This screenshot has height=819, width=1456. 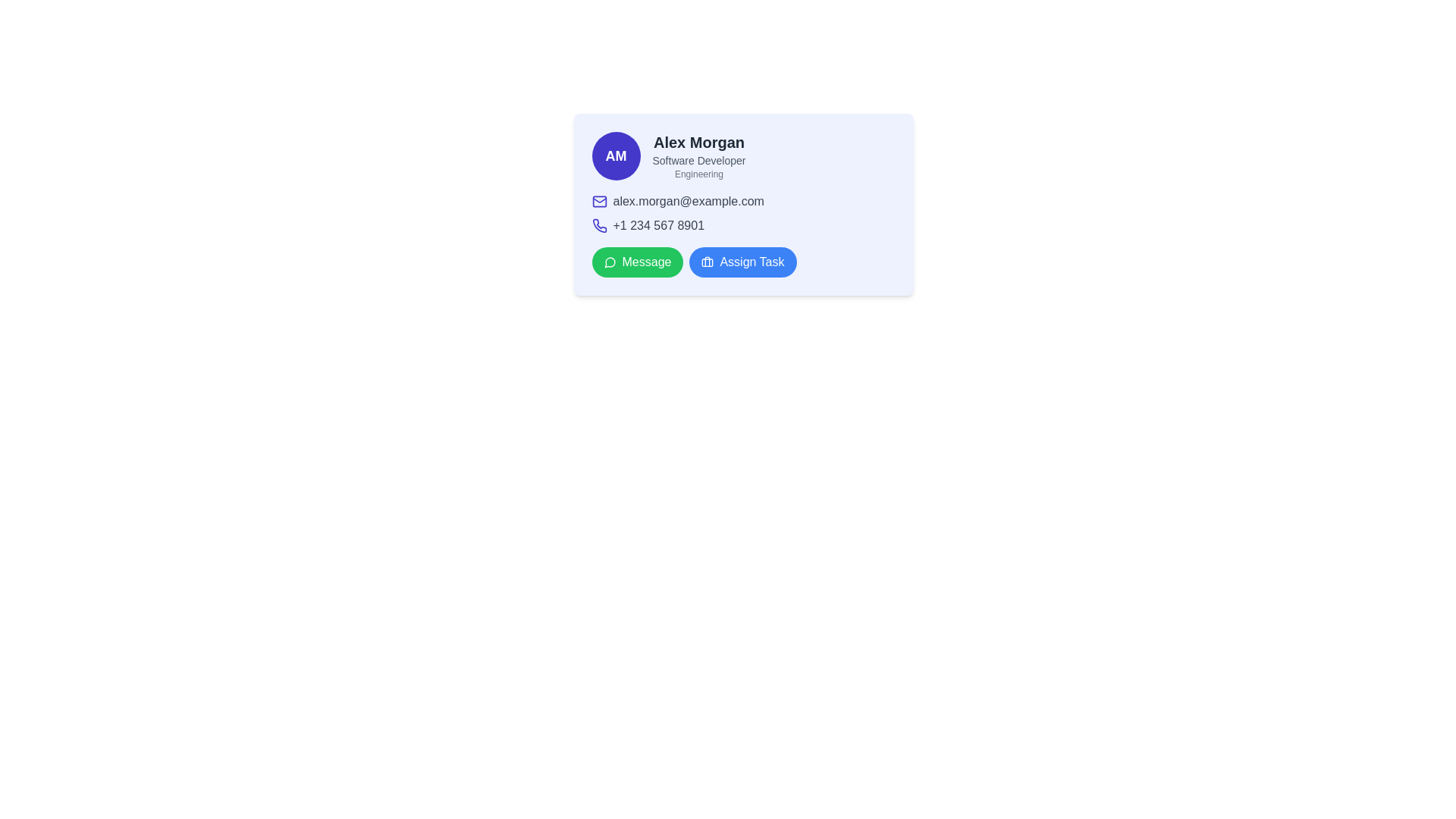 What do you see at coordinates (658, 225) in the screenshot?
I see `on the text display element showing the phone number '+1 234 567 8901'` at bounding box center [658, 225].